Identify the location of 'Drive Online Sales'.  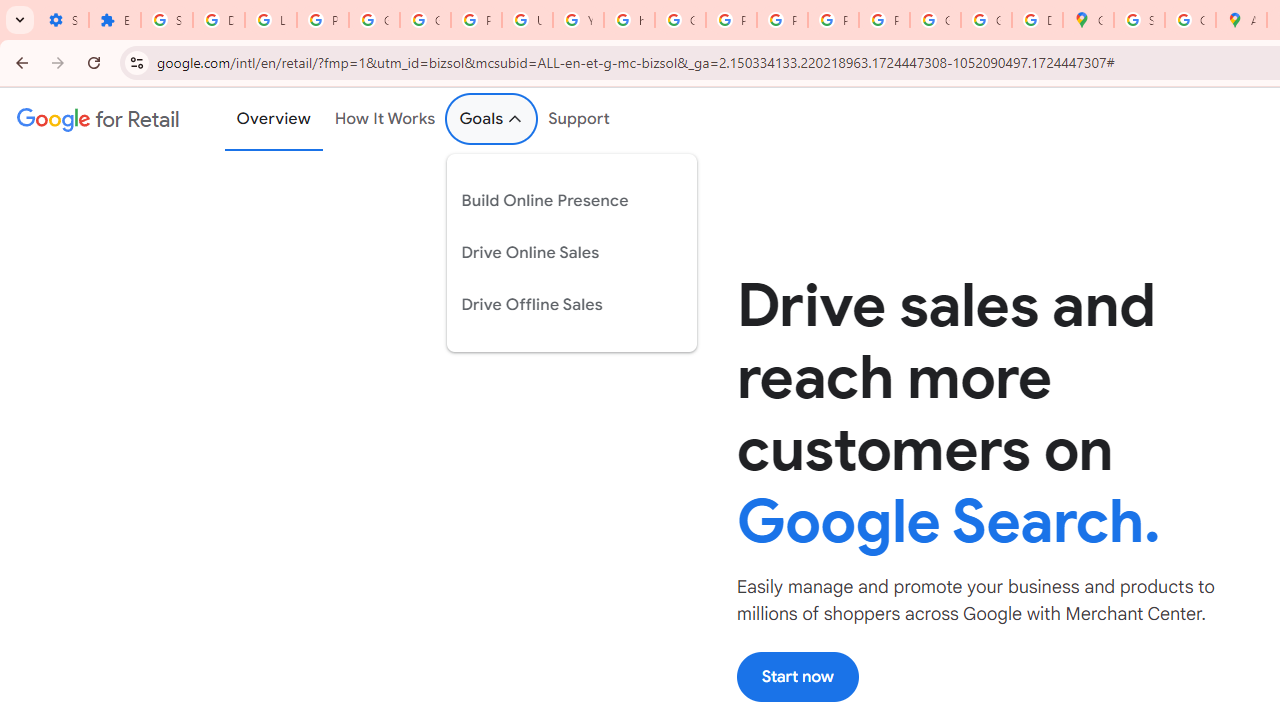
(556, 251).